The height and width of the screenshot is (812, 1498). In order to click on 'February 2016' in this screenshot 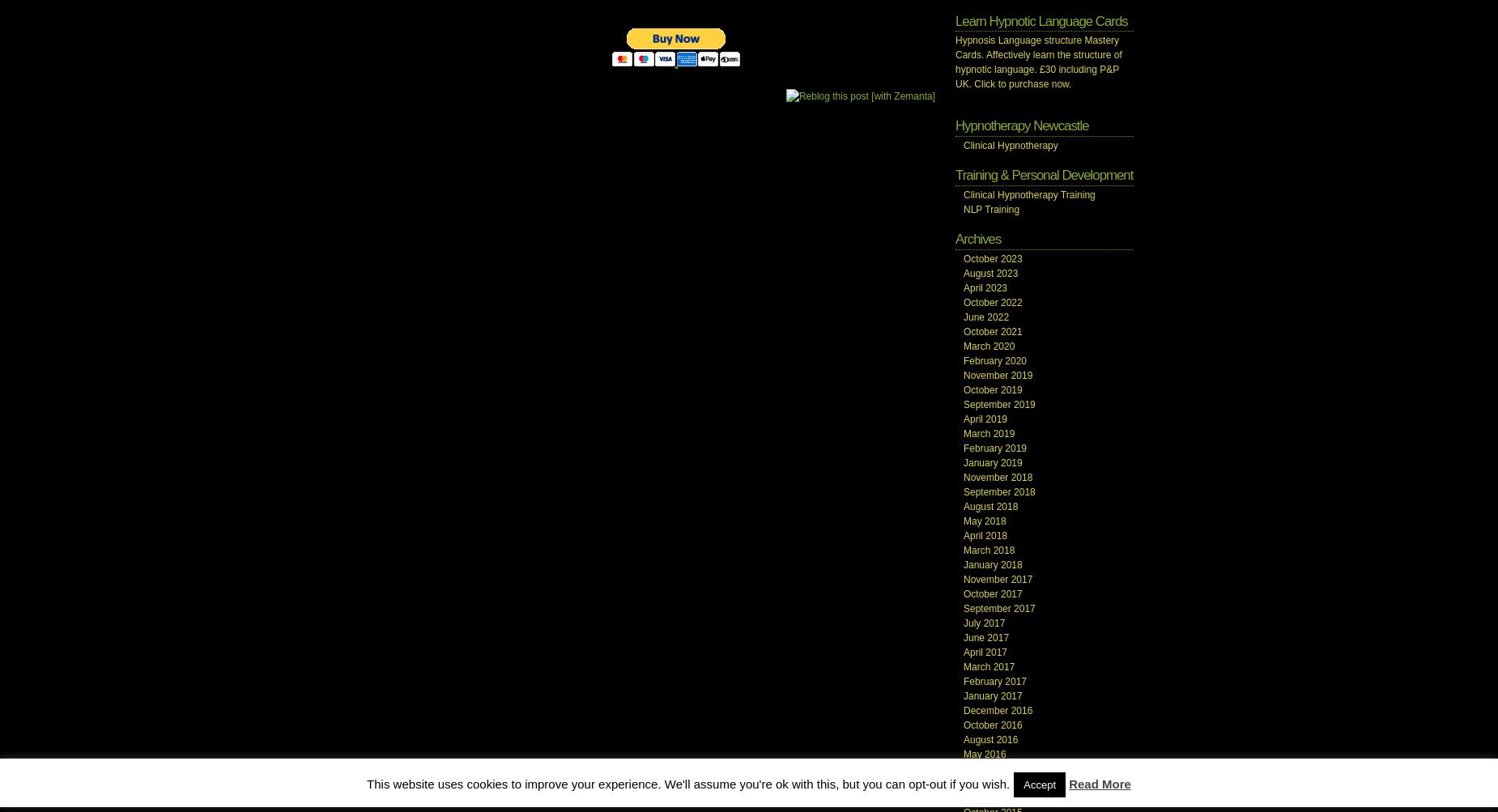, I will do `click(994, 781)`.